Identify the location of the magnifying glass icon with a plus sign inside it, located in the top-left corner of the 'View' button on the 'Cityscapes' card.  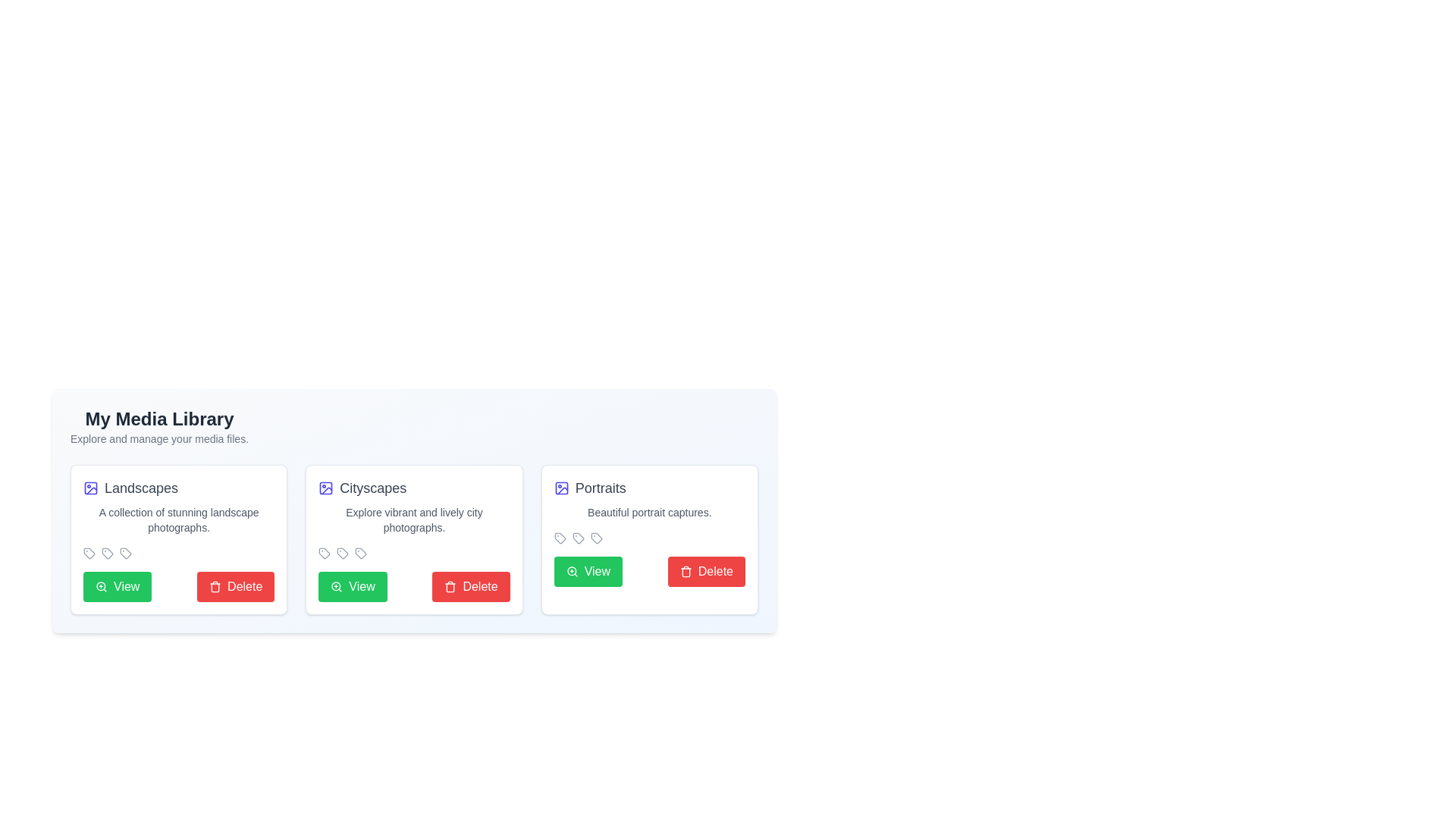
(336, 586).